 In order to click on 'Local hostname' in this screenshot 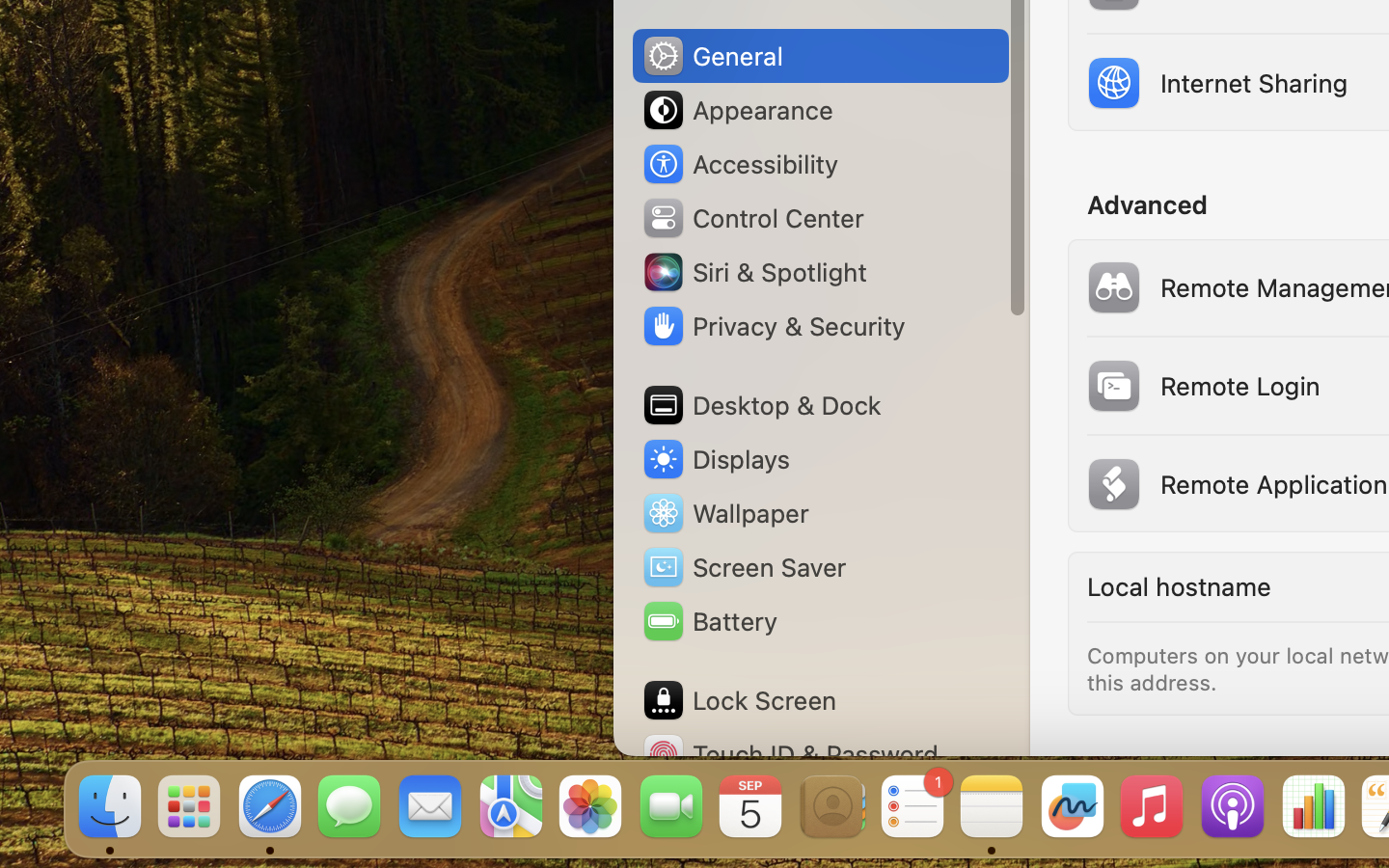, I will do `click(1176, 586)`.